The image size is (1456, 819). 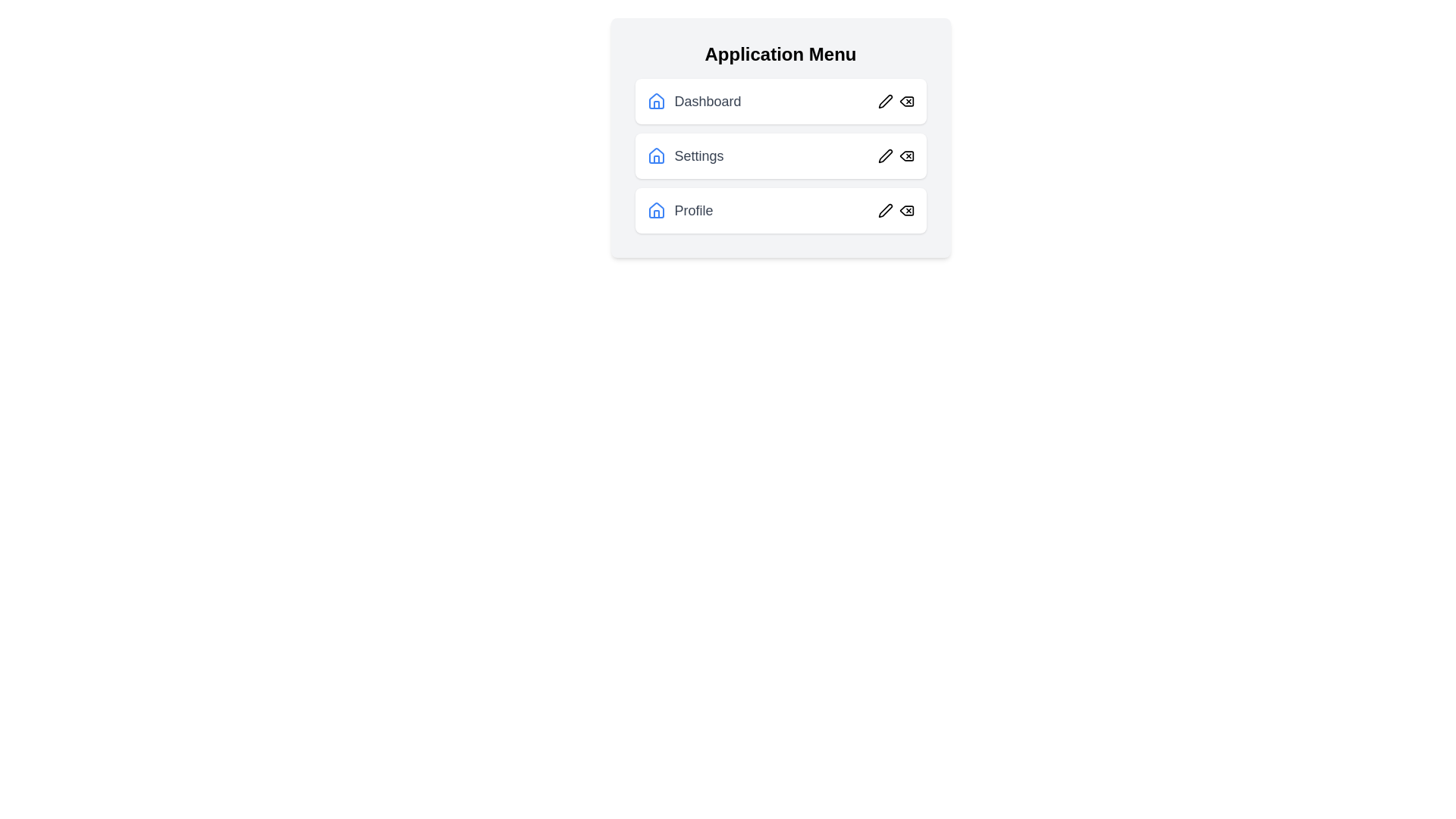 I want to click on the 'Dashboard' text element, which is styled in medium-large gray sans-serif font and located in the Application Menu section, right of the blue house-shaped icon, so click(x=707, y=102).